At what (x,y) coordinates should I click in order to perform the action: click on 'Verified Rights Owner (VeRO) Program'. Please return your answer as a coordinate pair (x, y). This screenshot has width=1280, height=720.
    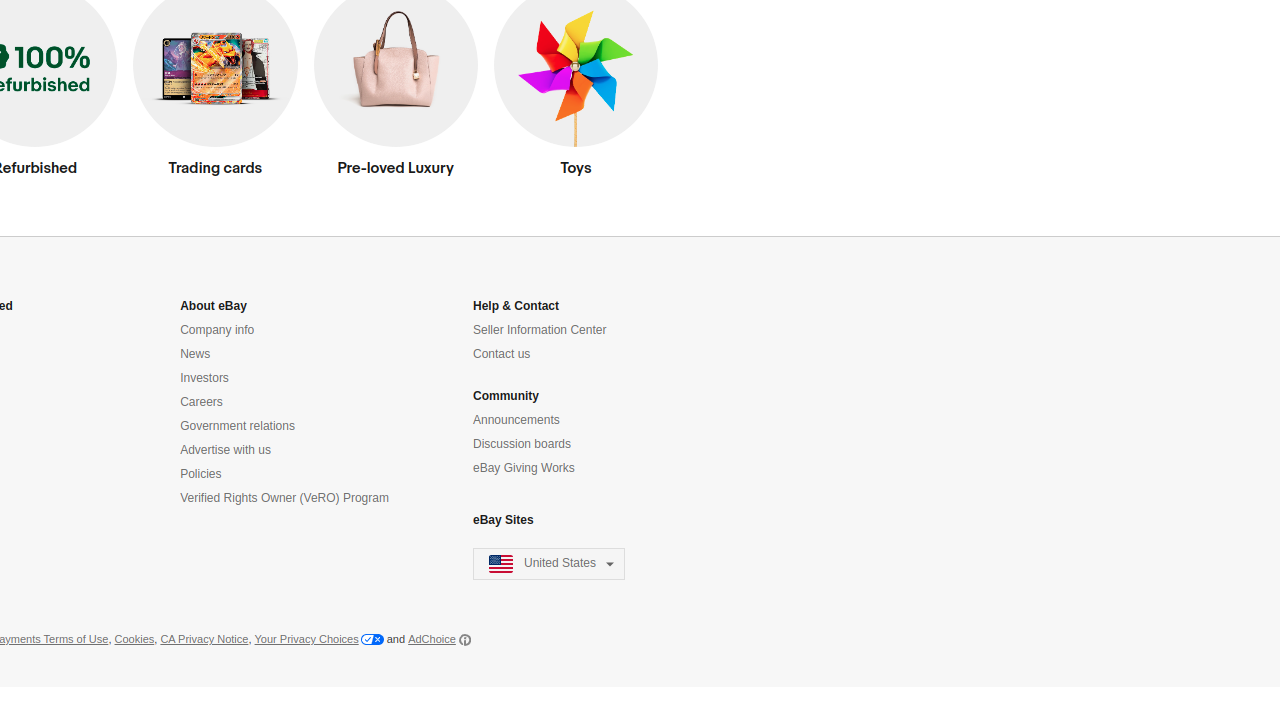
    Looking at the image, I should click on (283, 497).